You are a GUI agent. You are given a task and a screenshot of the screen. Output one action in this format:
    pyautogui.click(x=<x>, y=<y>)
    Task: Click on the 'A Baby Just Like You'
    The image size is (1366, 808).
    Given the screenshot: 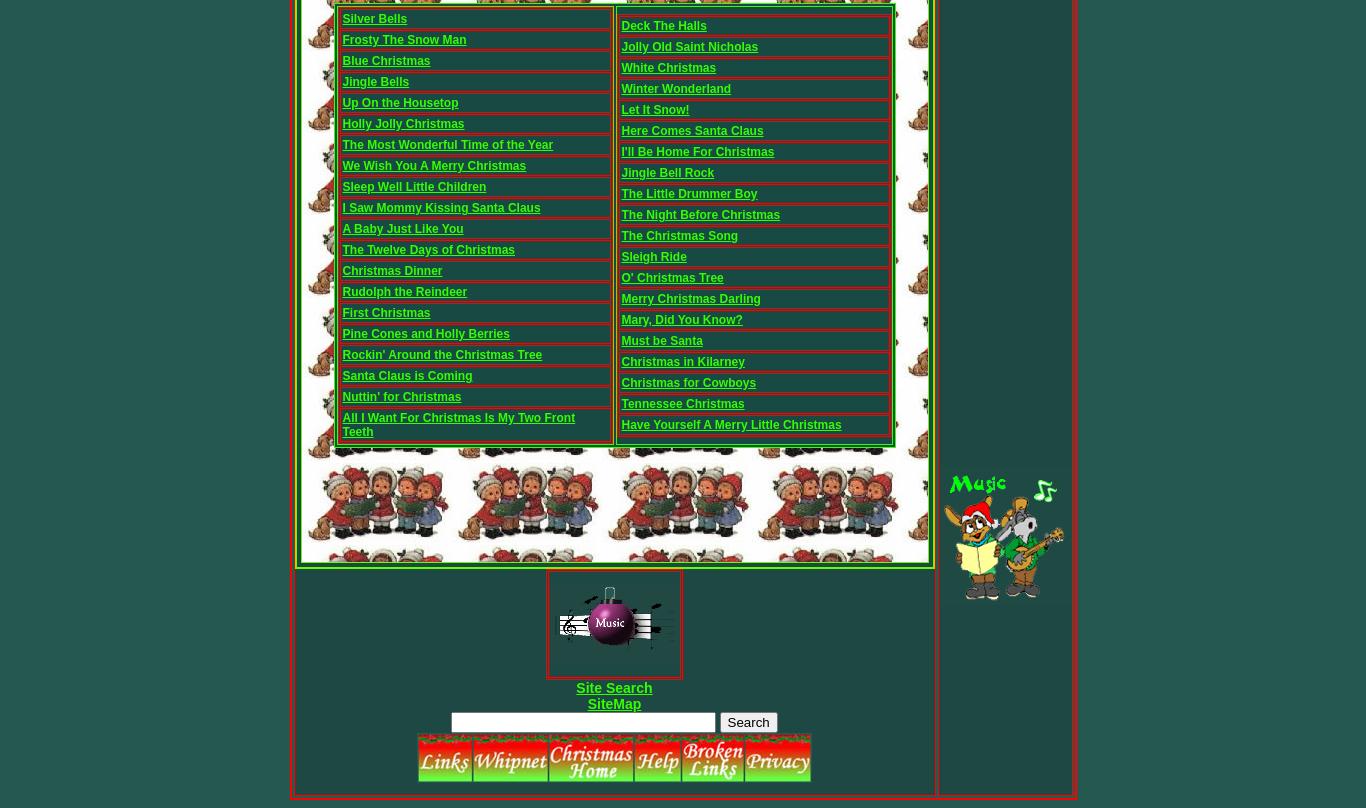 What is the action you would take?
    pyautogui.click(x=401, y=228)
    